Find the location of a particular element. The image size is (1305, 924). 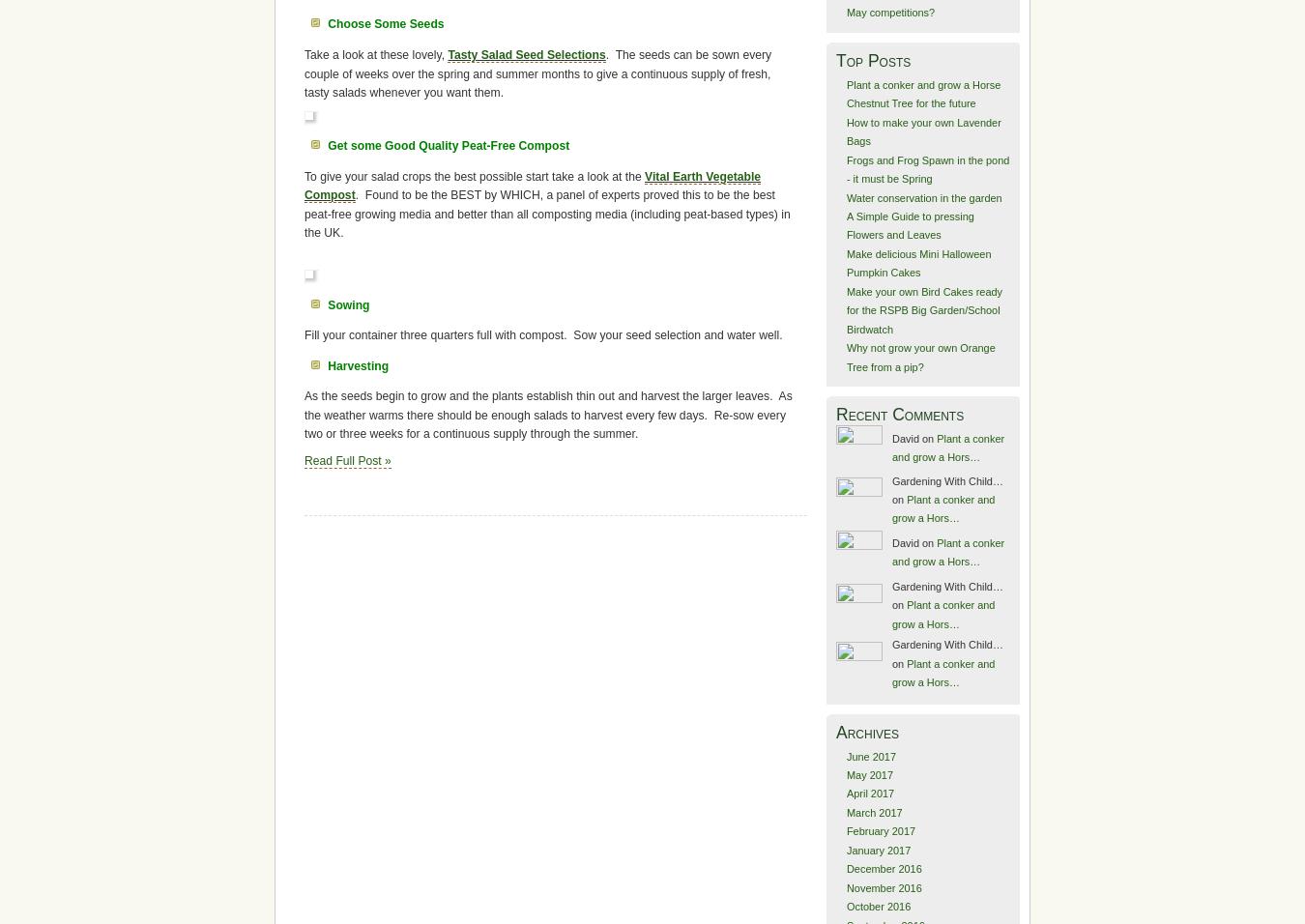

'Archives' is located at coordinates (867, 730).